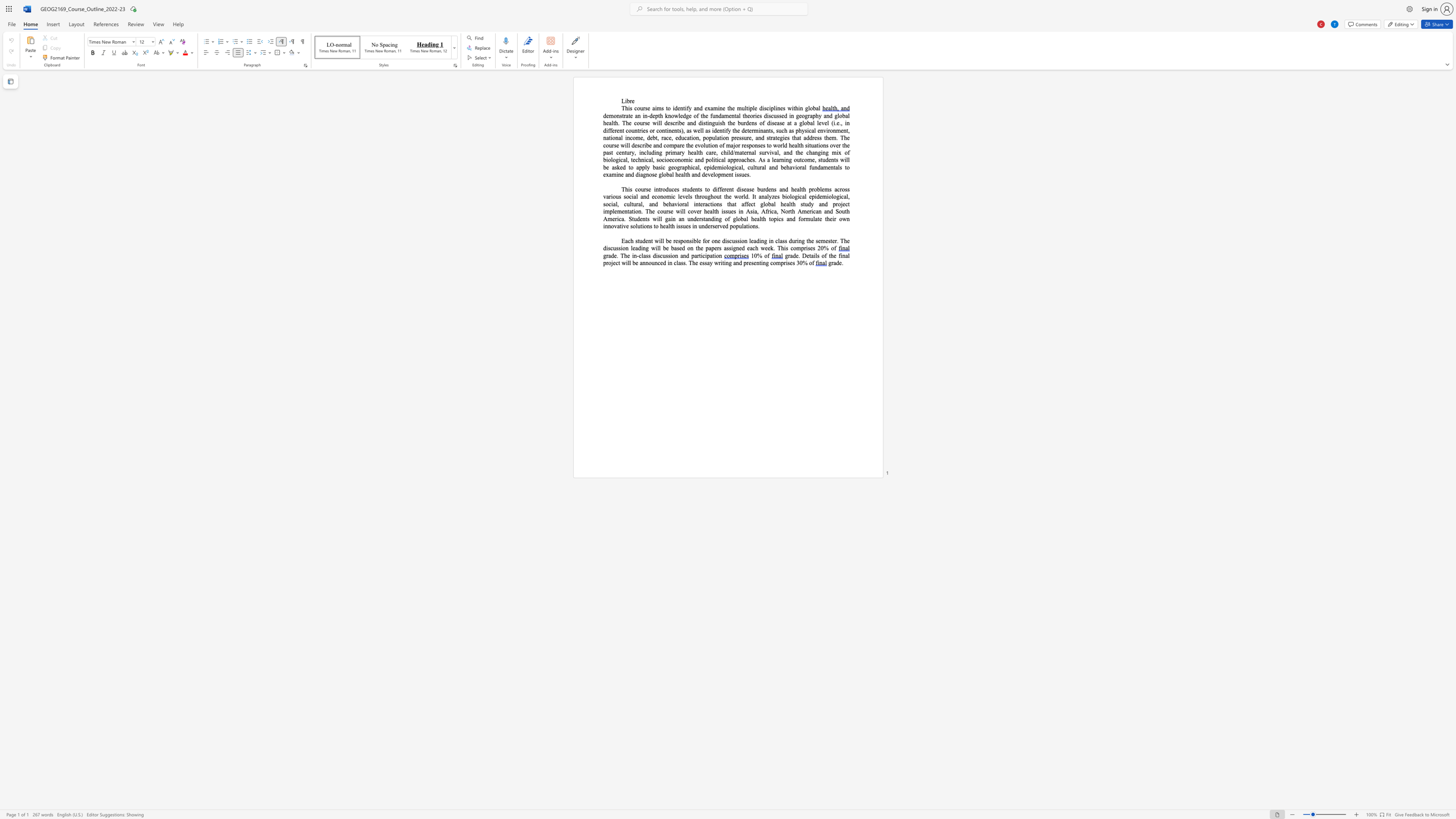 This screenshot has width=1456, height=819. I want to click on the 1th character "s" in the text, so click(657, 159).